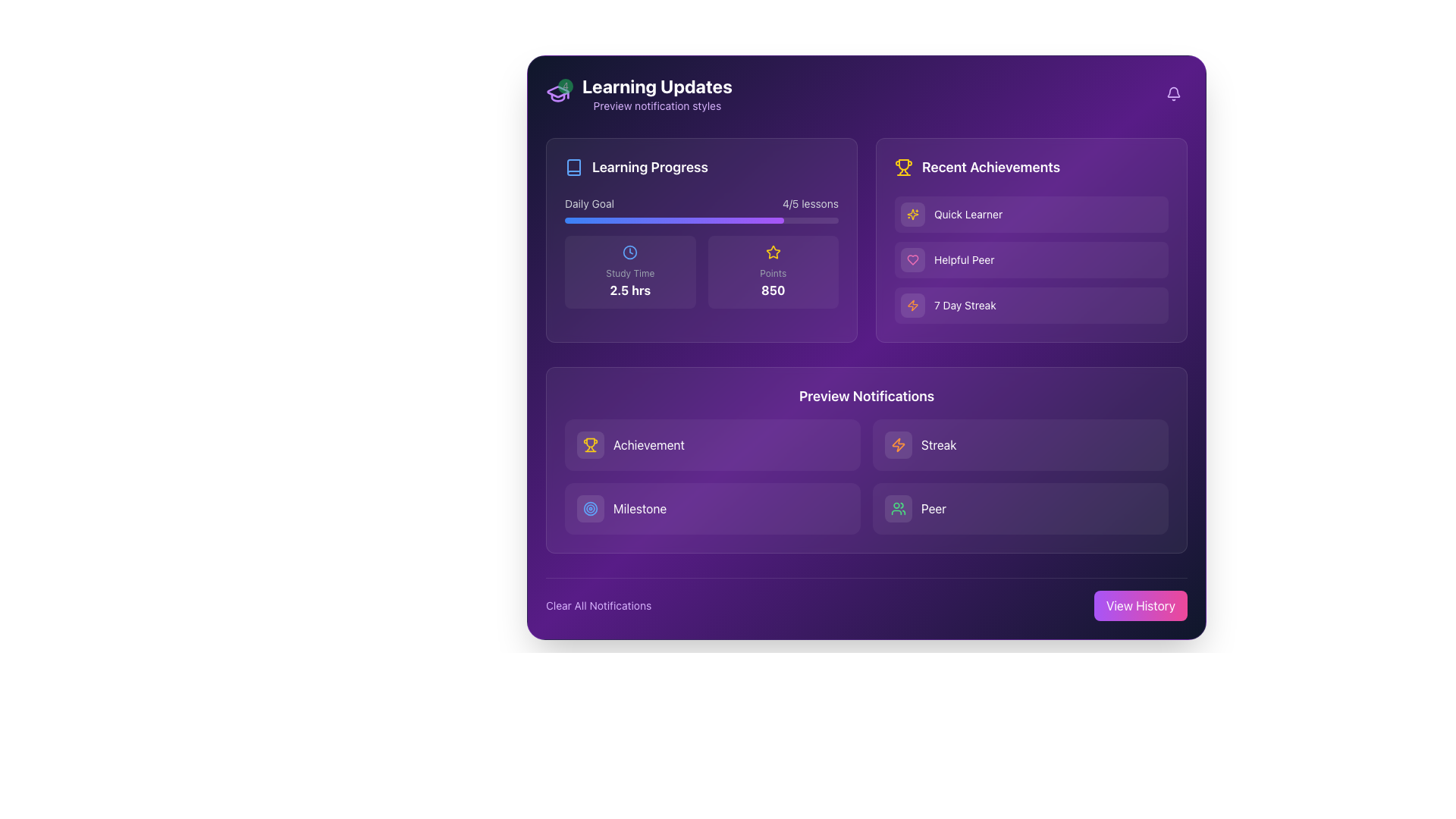 The image size is (1456, 819). I want to click on the 'Clear All Notifications' button-like link located at the bottom left of the card, so click(598, 604).